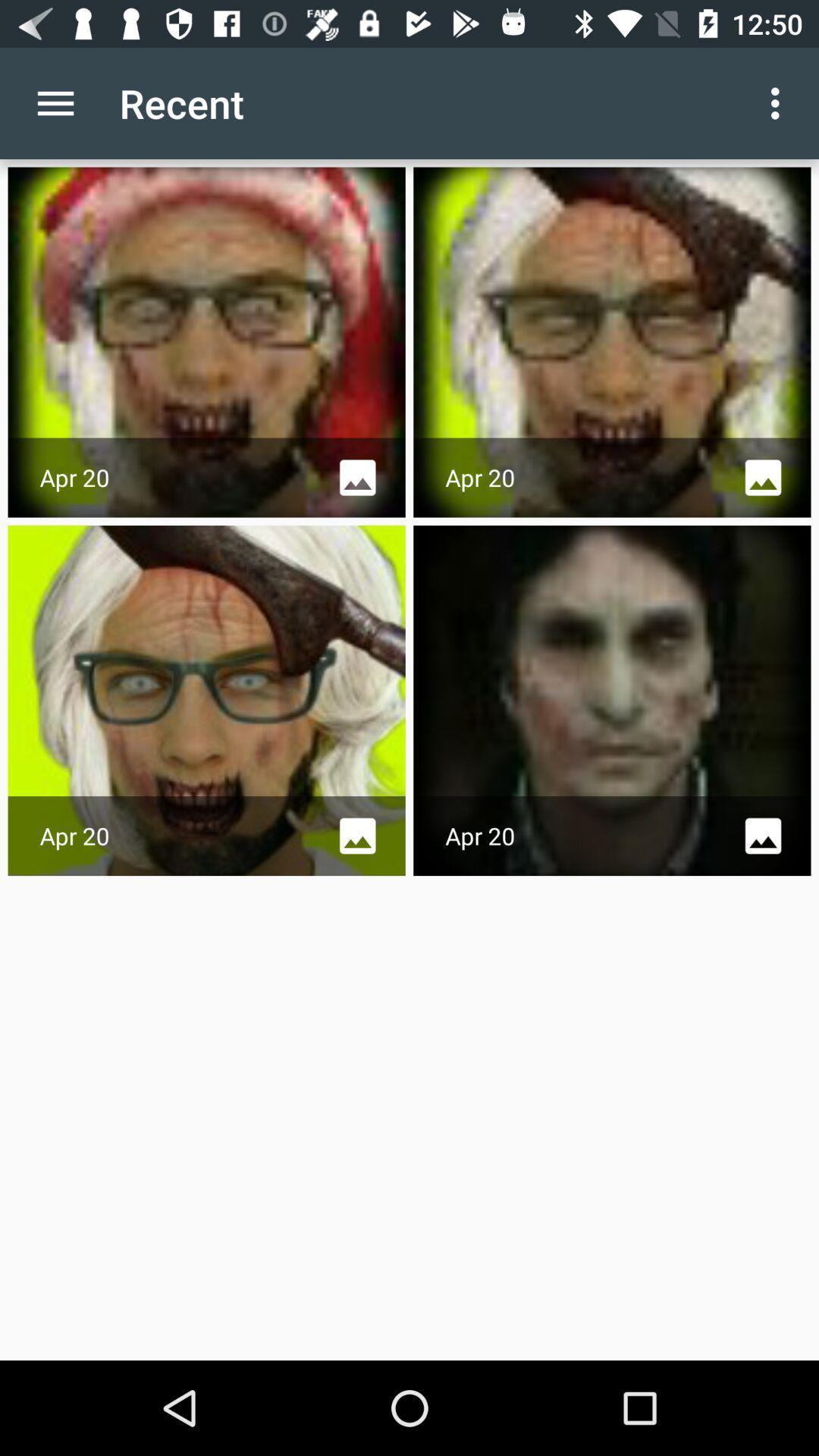 This screenshot has width=819, height=1456. What do you see at coordinates (55, 102) in the screenshot?
I see `the icon to the left of recent item` at bounding box center [55, 102].